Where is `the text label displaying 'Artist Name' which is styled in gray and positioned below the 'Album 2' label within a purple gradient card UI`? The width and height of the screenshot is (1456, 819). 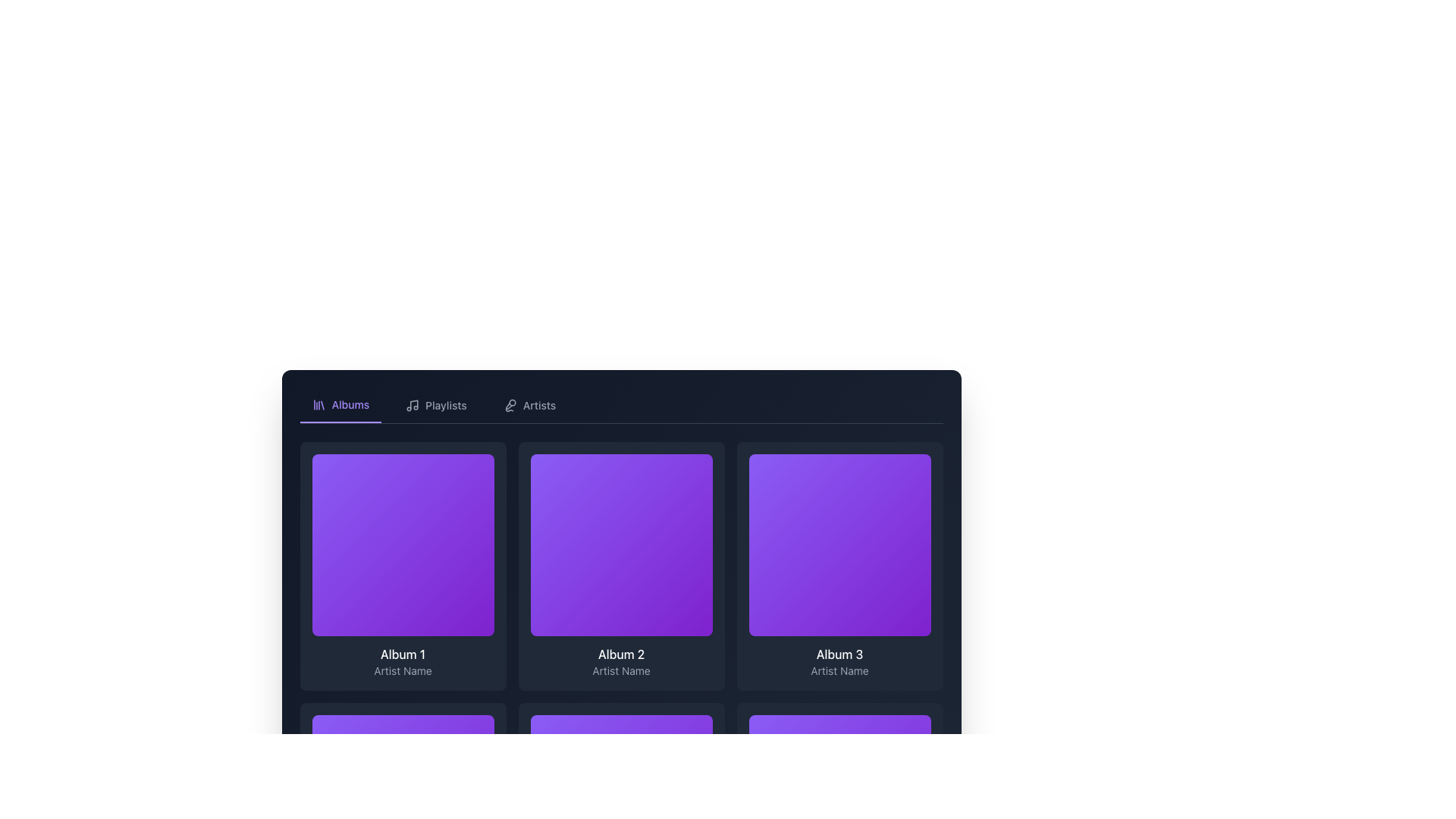 the text label displaying 'Artist Name' which is styled in gray and positioned below the 'Album 2' label within a purple gradient card UI is located at coordinates (621, 670).